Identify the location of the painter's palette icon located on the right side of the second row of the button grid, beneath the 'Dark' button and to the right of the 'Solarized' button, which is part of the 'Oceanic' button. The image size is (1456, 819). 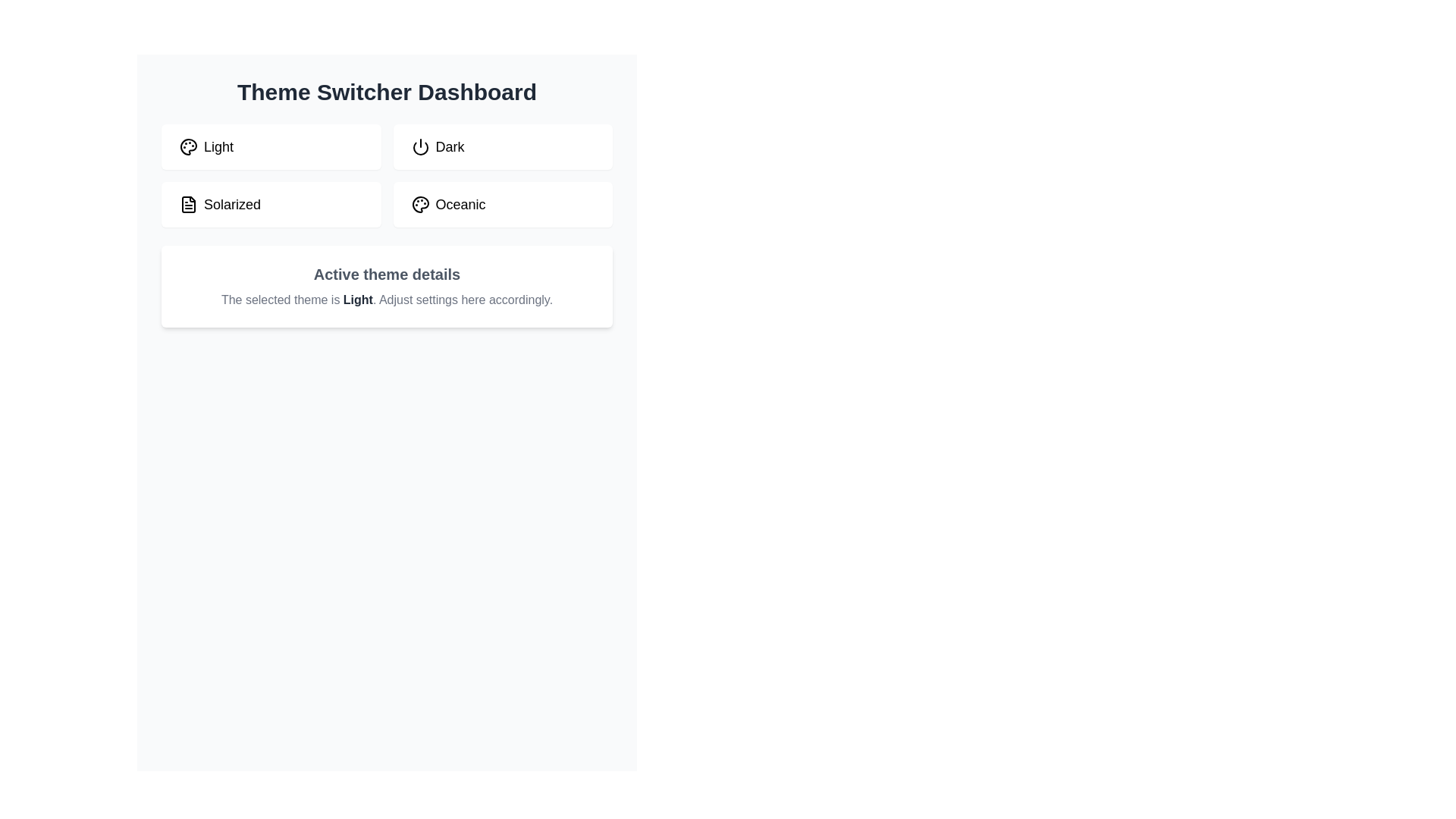
(420, 205).